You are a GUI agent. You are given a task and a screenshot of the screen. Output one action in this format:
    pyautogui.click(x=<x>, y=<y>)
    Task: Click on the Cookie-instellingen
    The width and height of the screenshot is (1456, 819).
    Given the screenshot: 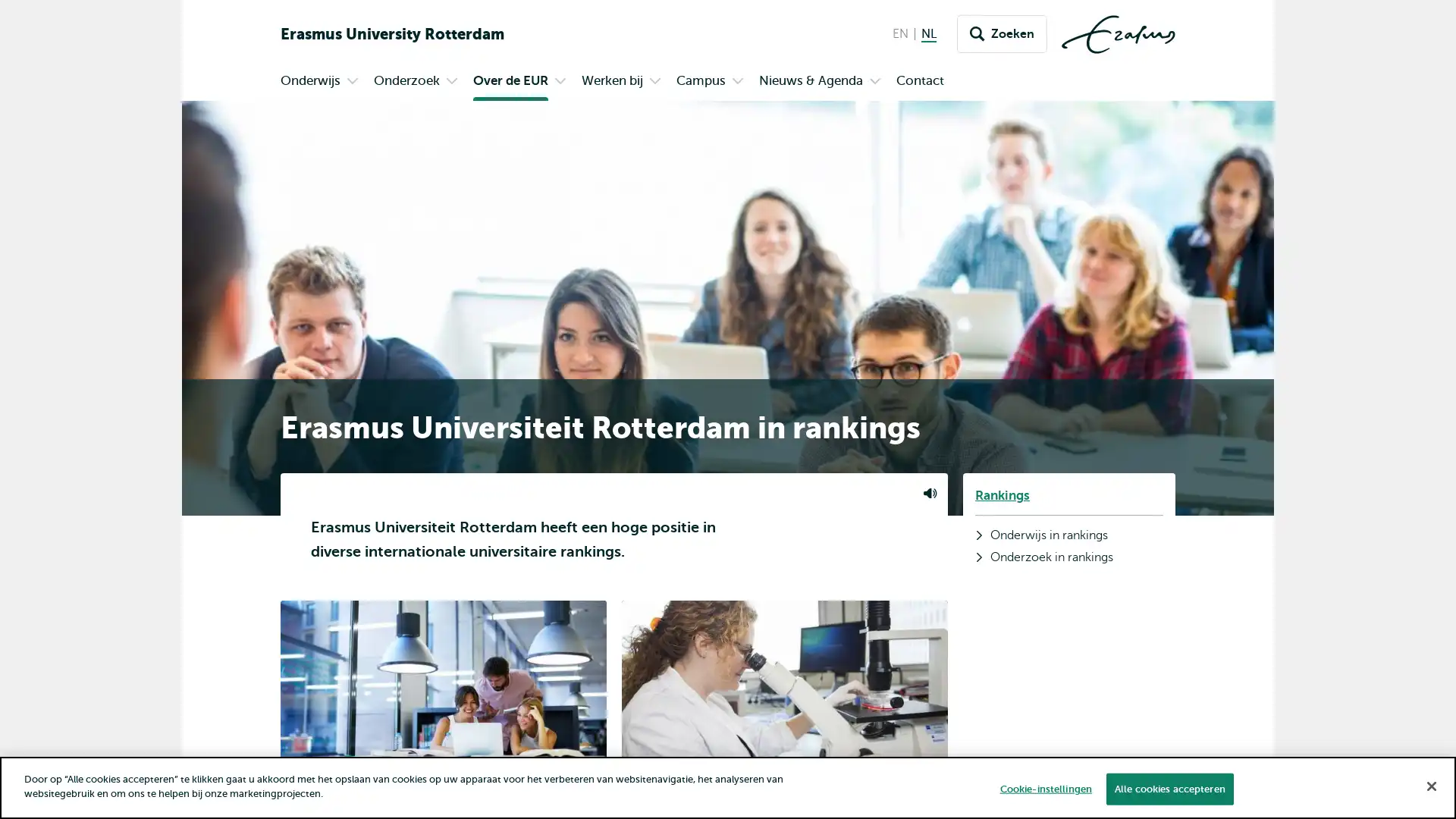 What is the action you would take?
    pyautogui.click(x=1044, y=788)
    